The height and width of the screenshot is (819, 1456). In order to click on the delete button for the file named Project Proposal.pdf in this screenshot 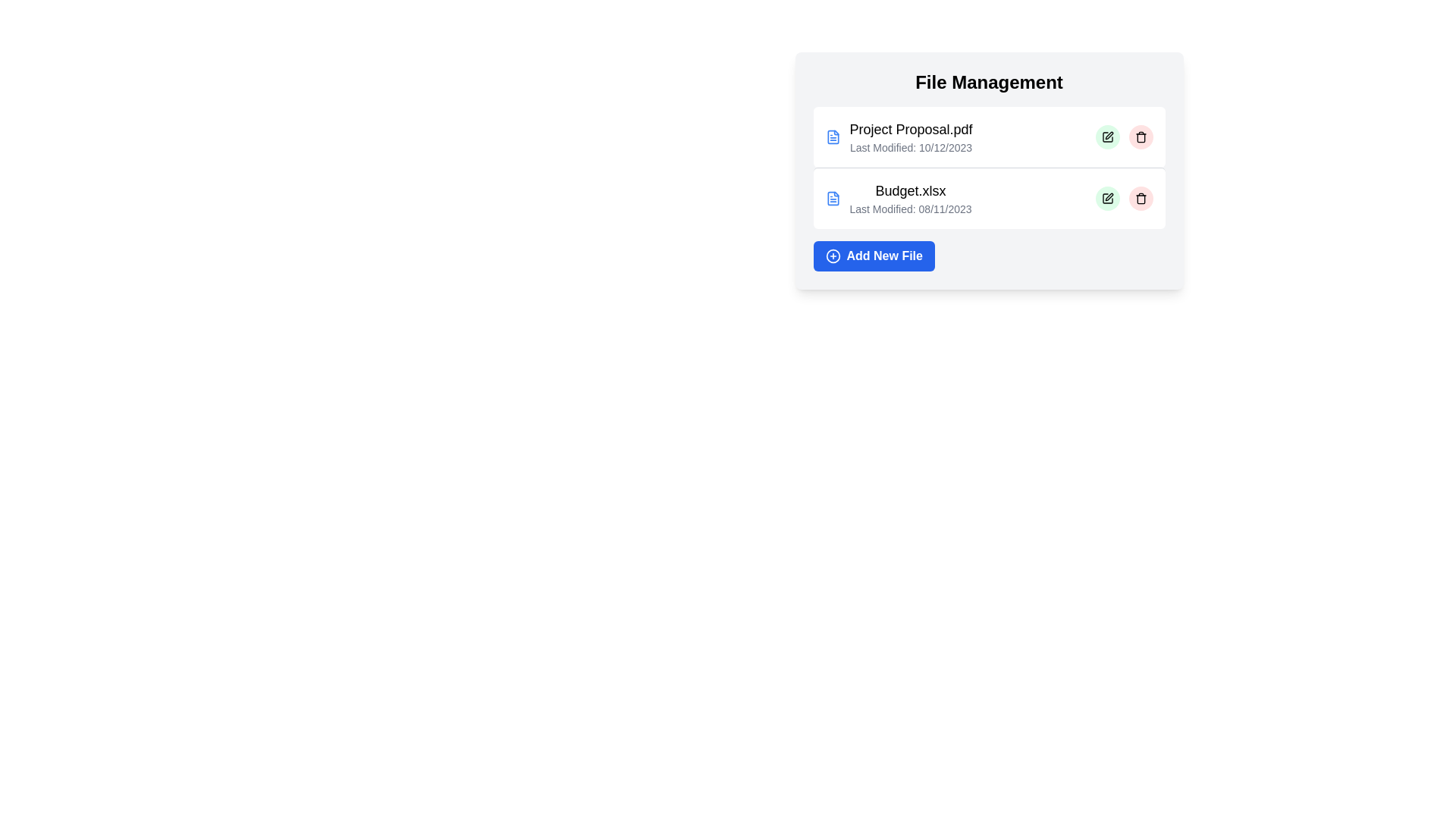, I will do `click(1141, 137)`.